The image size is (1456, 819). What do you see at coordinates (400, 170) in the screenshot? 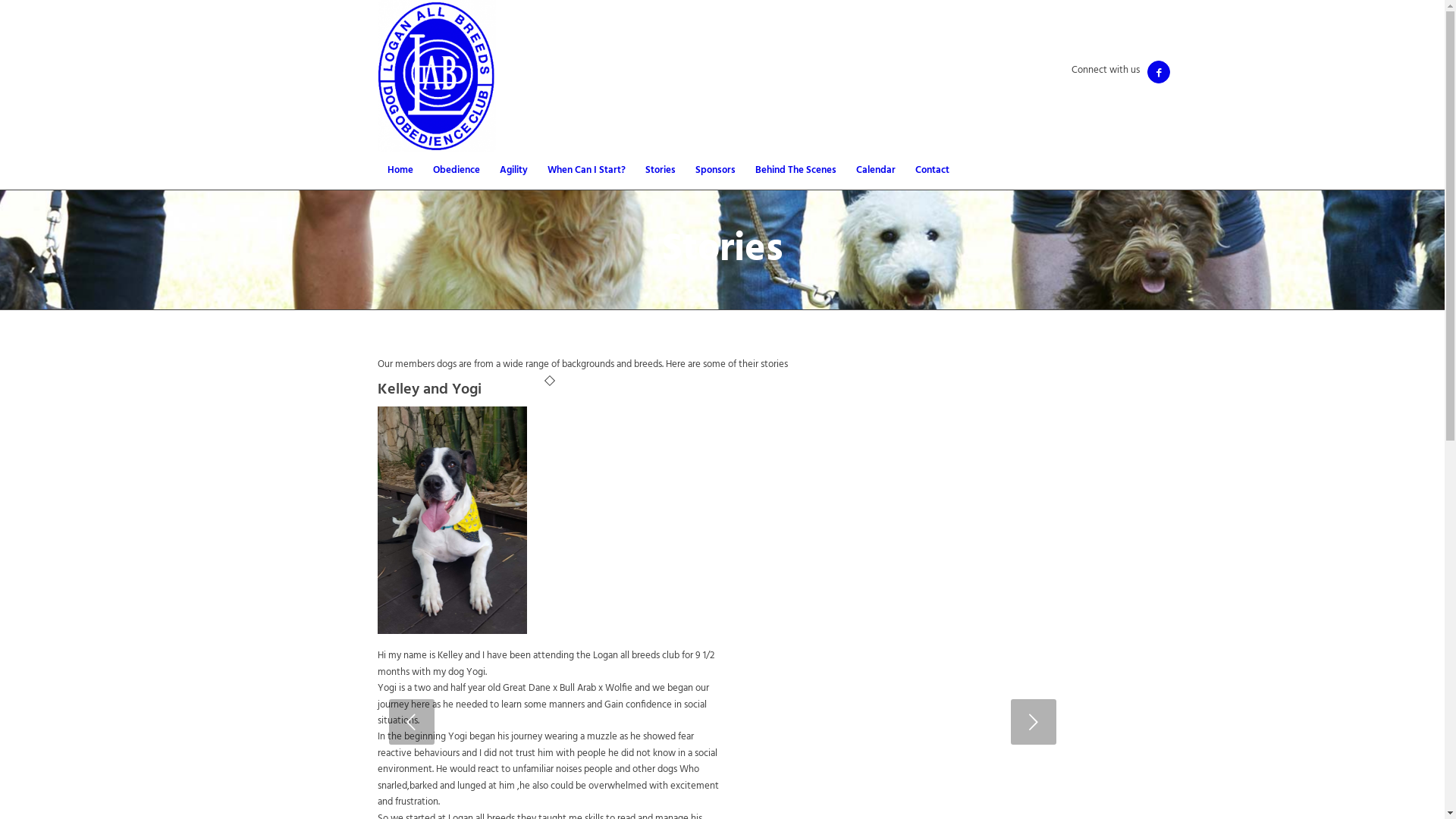
I see `'Home'` at bounding box center [400, 170].